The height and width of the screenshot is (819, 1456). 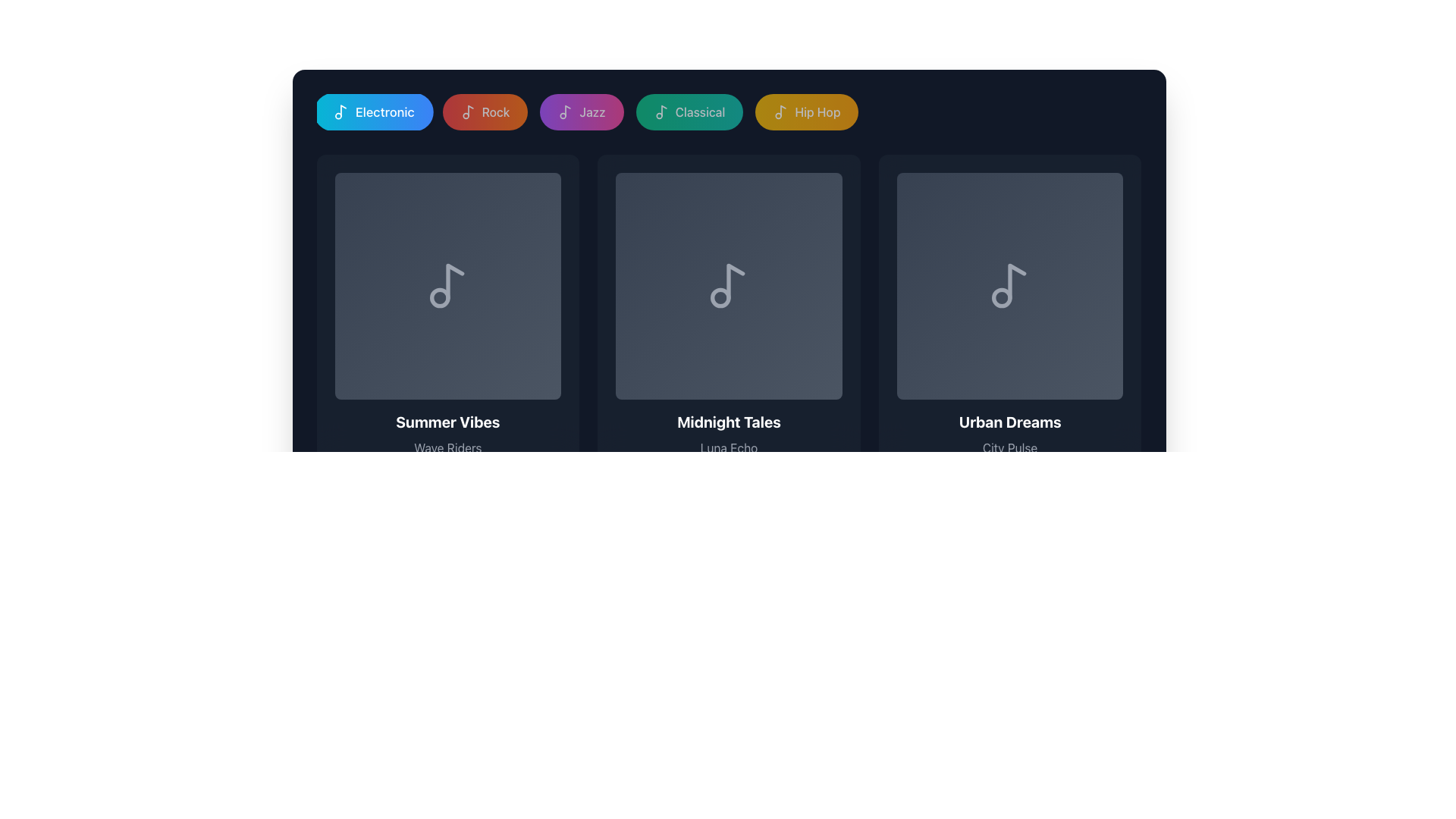 What do you see at coordinates (447, 447) in the screenshot?
I see `the text label reading 'Wave Riders', which is styled in light gray against a dark background and positioned below 'Summer Vibes' and above '45:30 12 tracks'` at bounding box center [447, 447].